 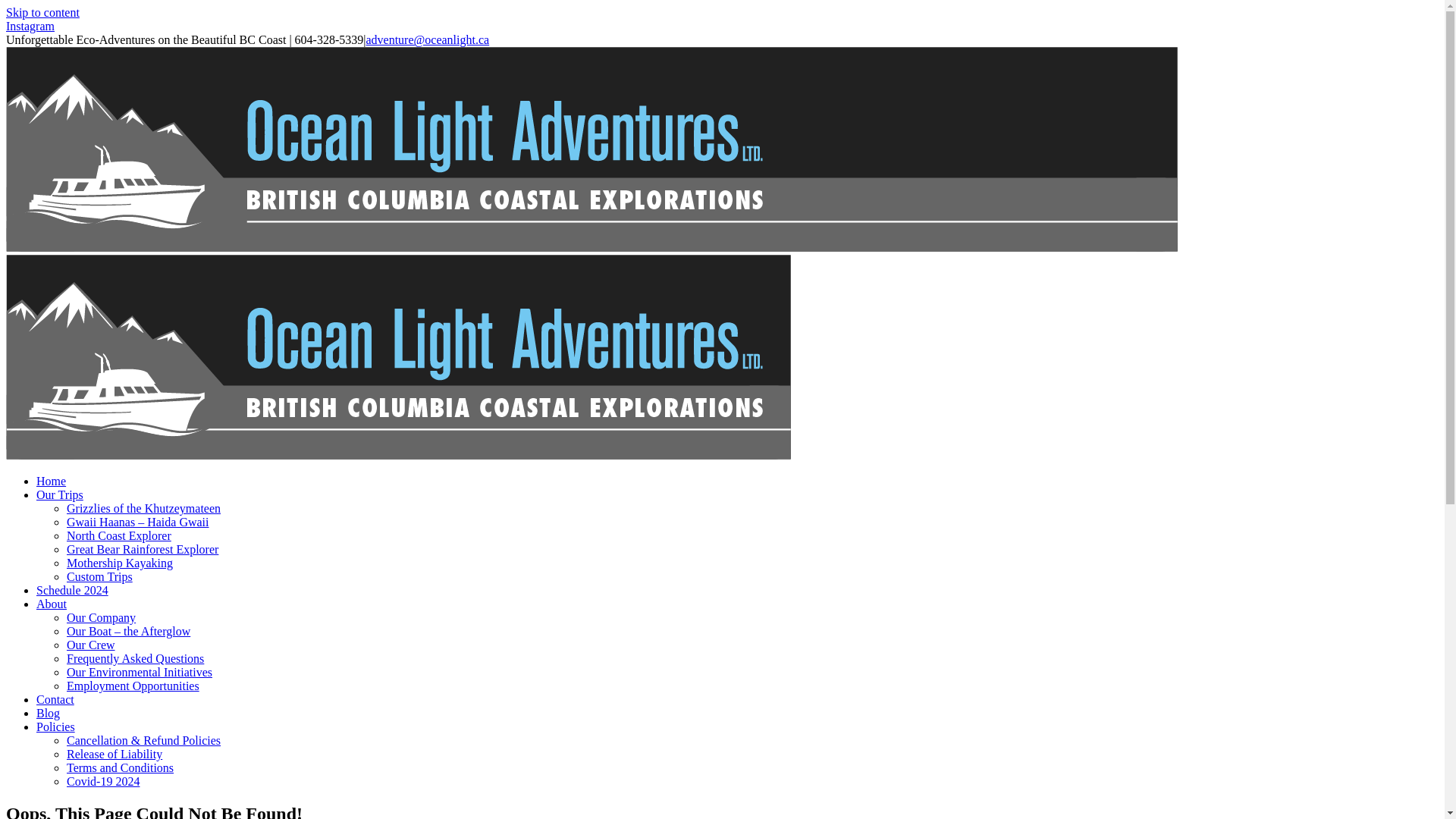 What do you see at coordinates (139, 671) in the screenshot?
I see `'Our Environmental Initiatives'` at bounding box center [139, 671].